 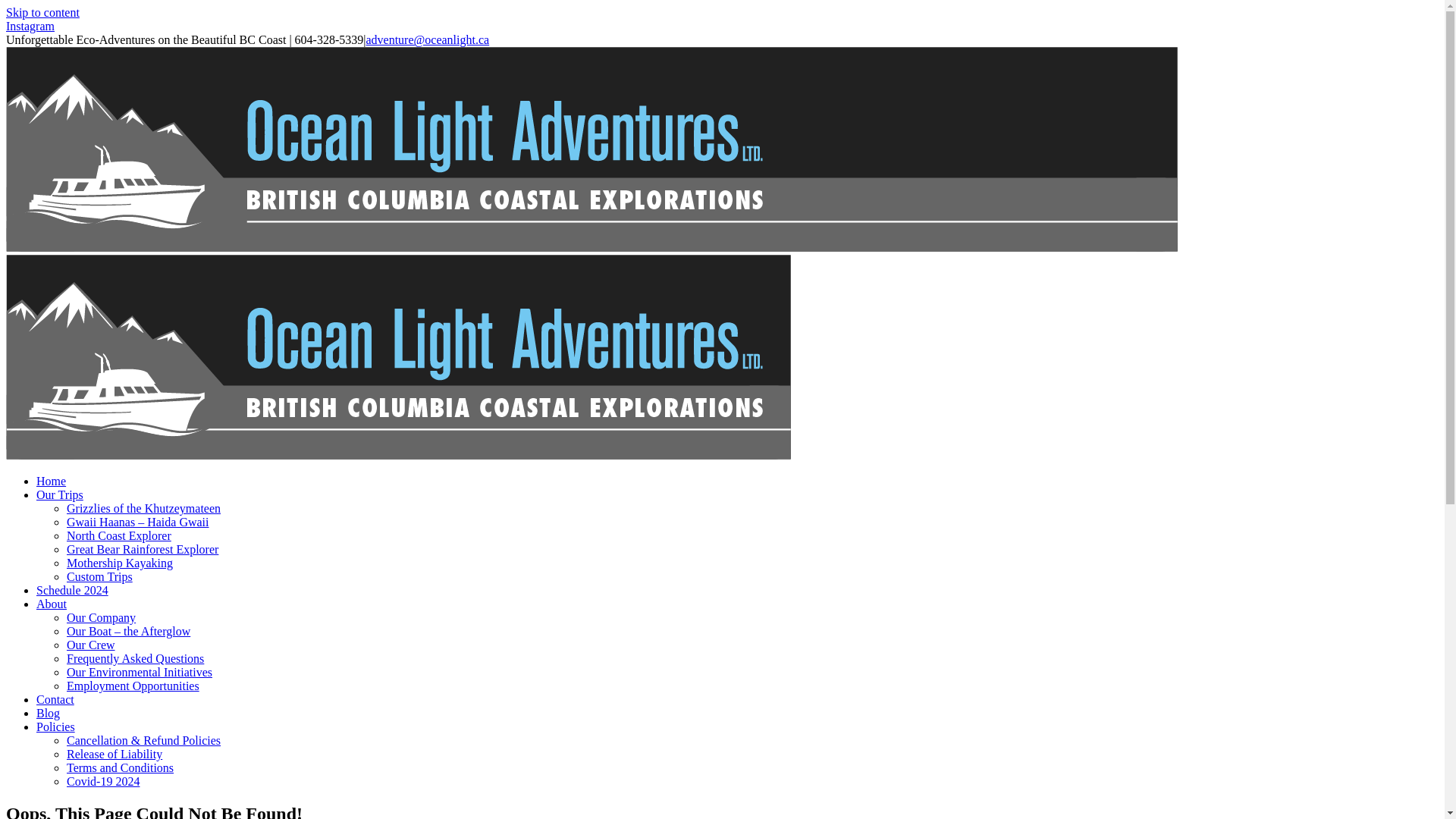 What do you see at coordinates (139, 671) in the screenshot?
I see `'Our Environmental Initiatives'` at bounding box center [139, 671].